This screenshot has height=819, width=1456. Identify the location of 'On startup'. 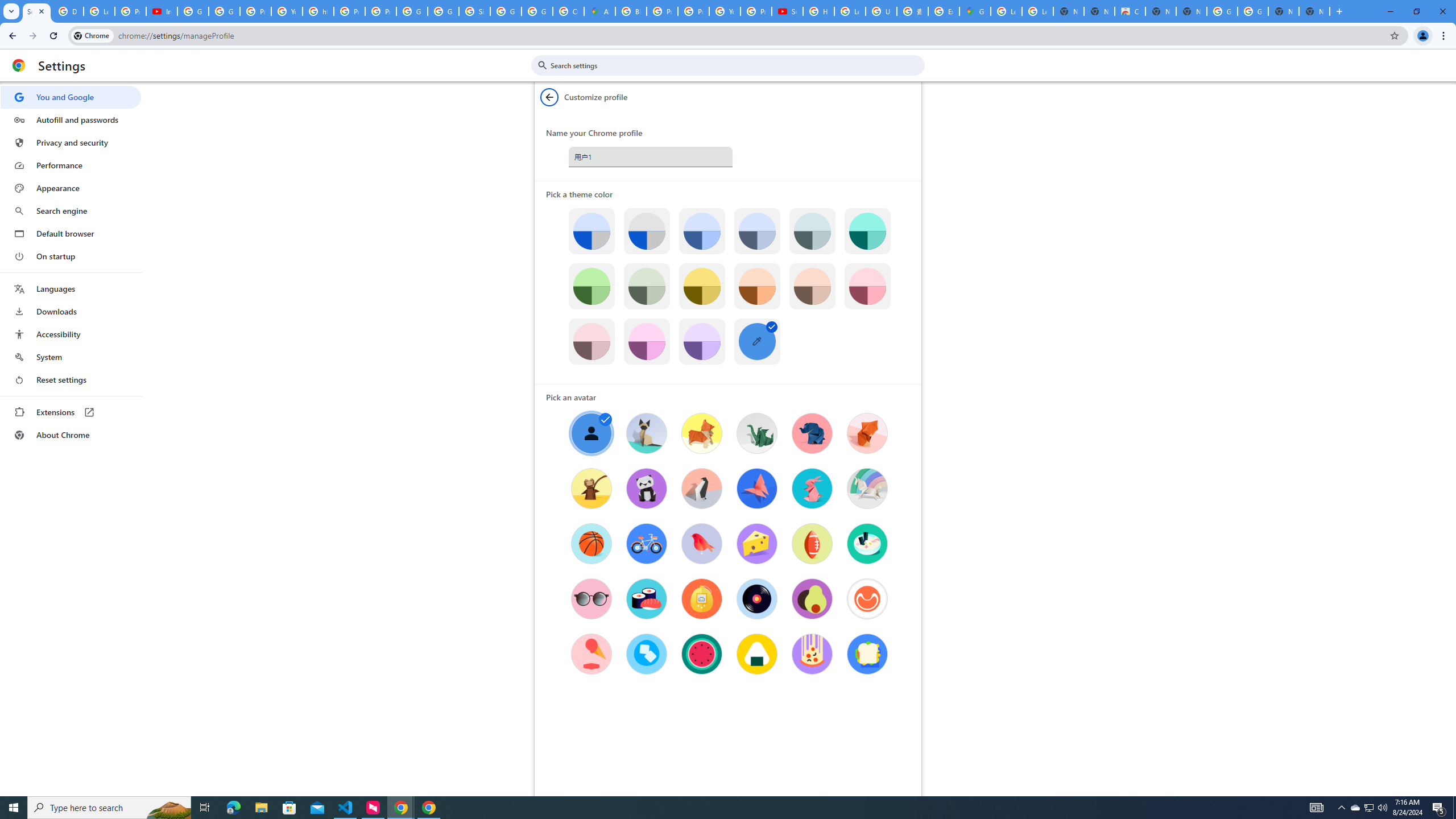
(70, 255).